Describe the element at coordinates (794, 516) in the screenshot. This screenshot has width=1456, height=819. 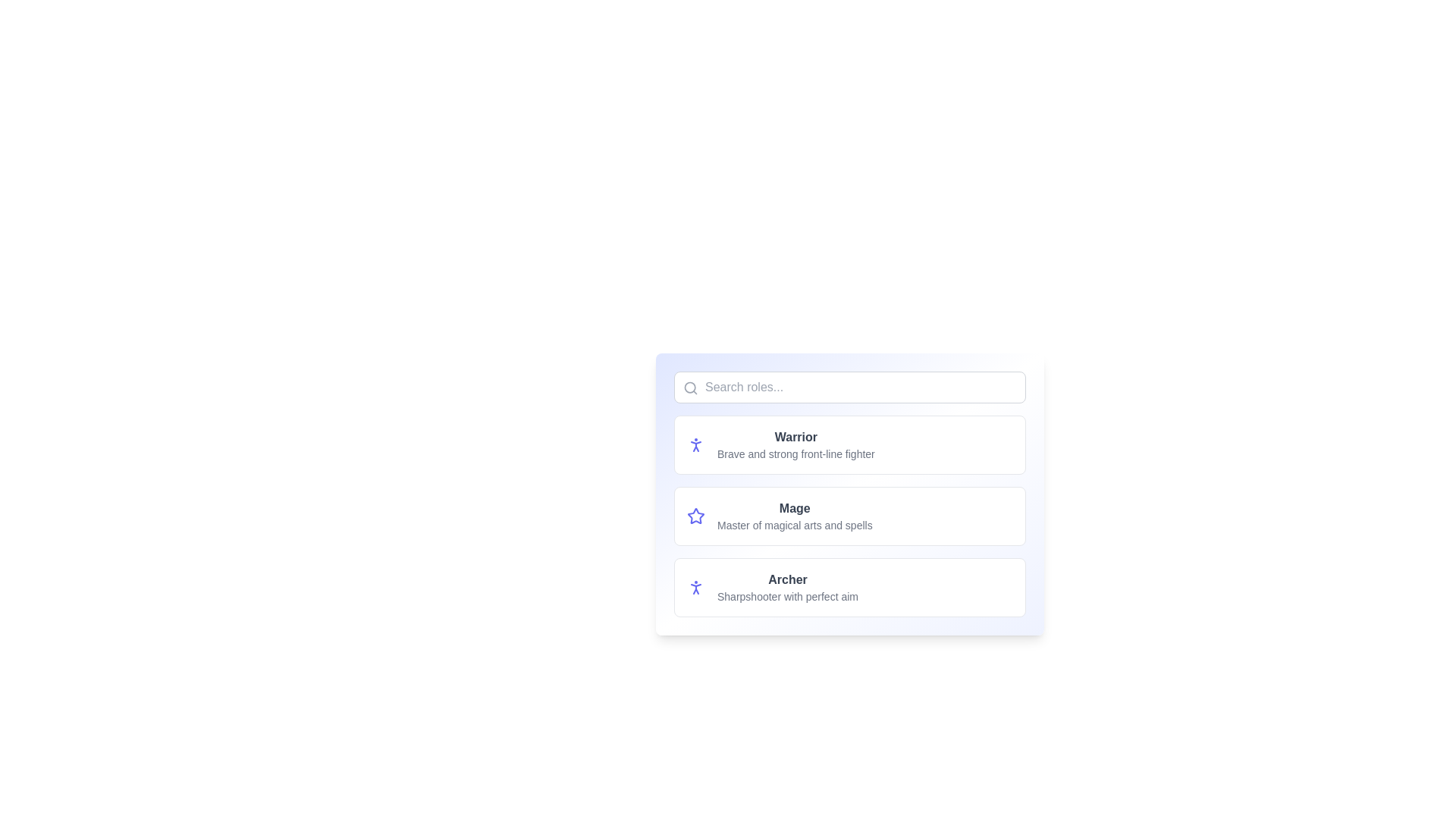
I see `the list item displaying 'Mage' with descriptive text 'Master of magical arts and spells', which is the second card in a vertical list of similar cards` at that location.